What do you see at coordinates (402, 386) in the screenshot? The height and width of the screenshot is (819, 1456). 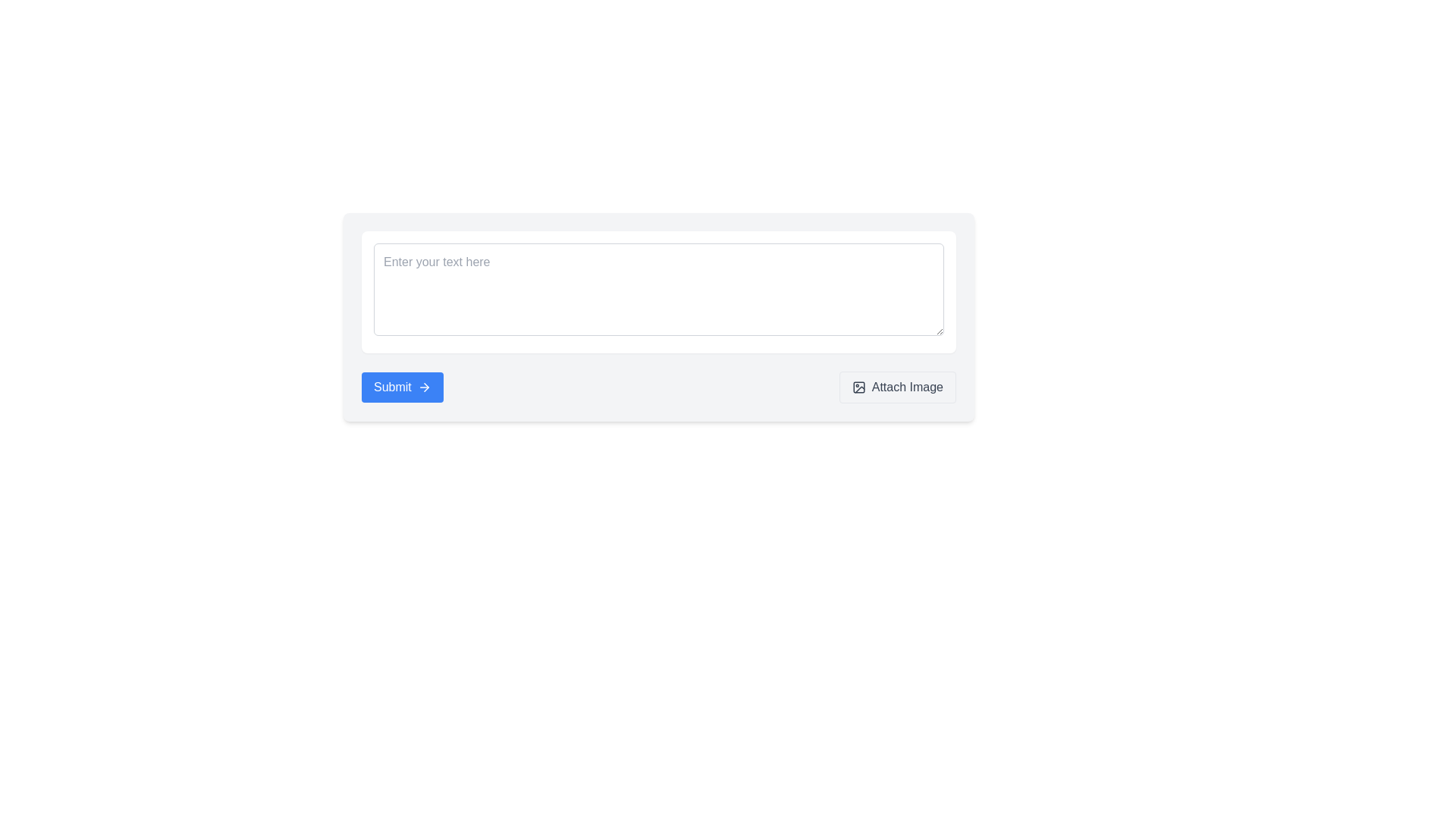 I see `the submit button located in the bottom-left part of the form section` at bounding box center [402, 386].